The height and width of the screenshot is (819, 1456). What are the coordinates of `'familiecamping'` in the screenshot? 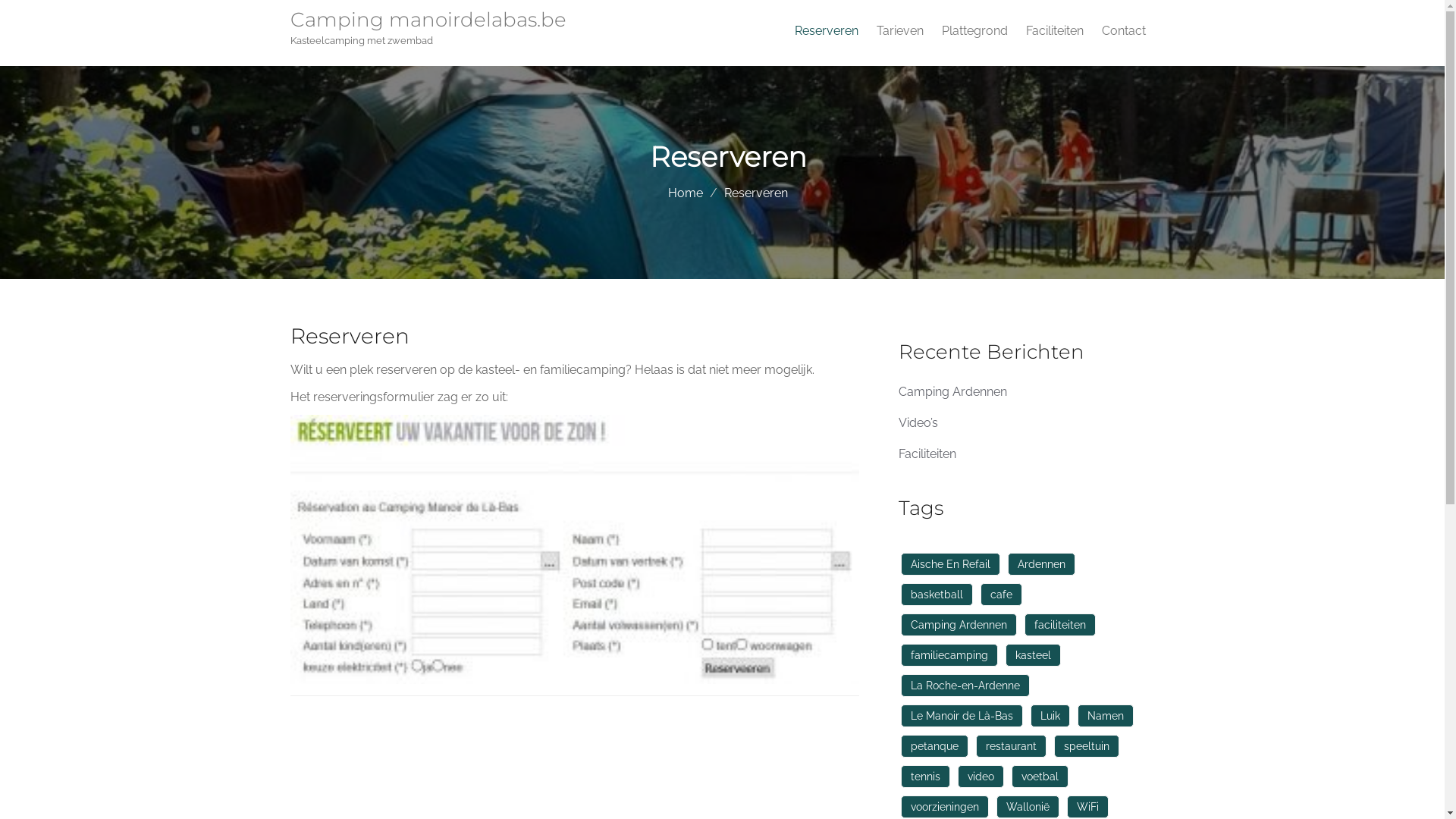 It's located at (949, 654).